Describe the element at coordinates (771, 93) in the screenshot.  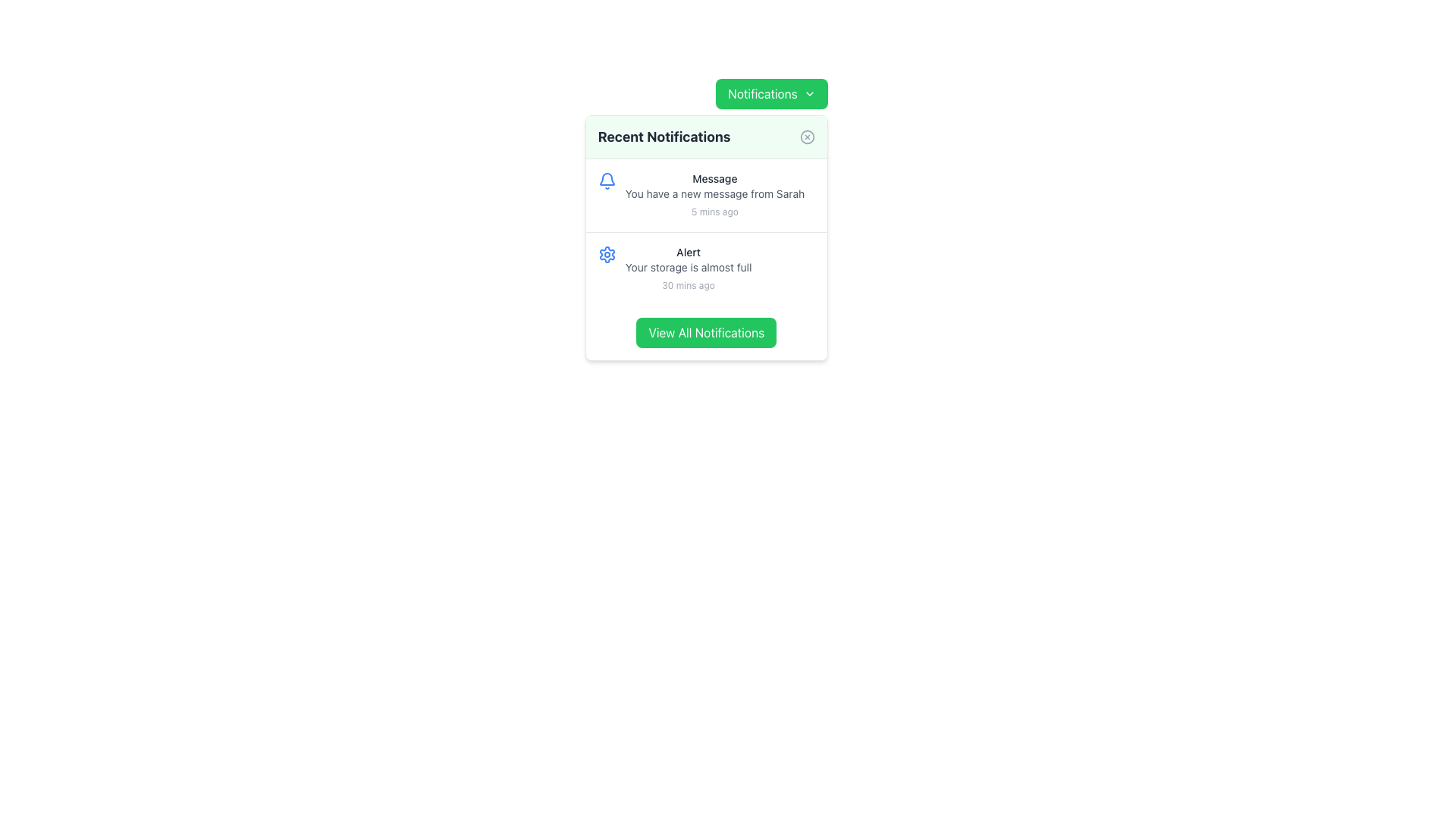
I see `the 'Notifications' button with a green background and white text, which serves as a dropdown trigger` at that location.